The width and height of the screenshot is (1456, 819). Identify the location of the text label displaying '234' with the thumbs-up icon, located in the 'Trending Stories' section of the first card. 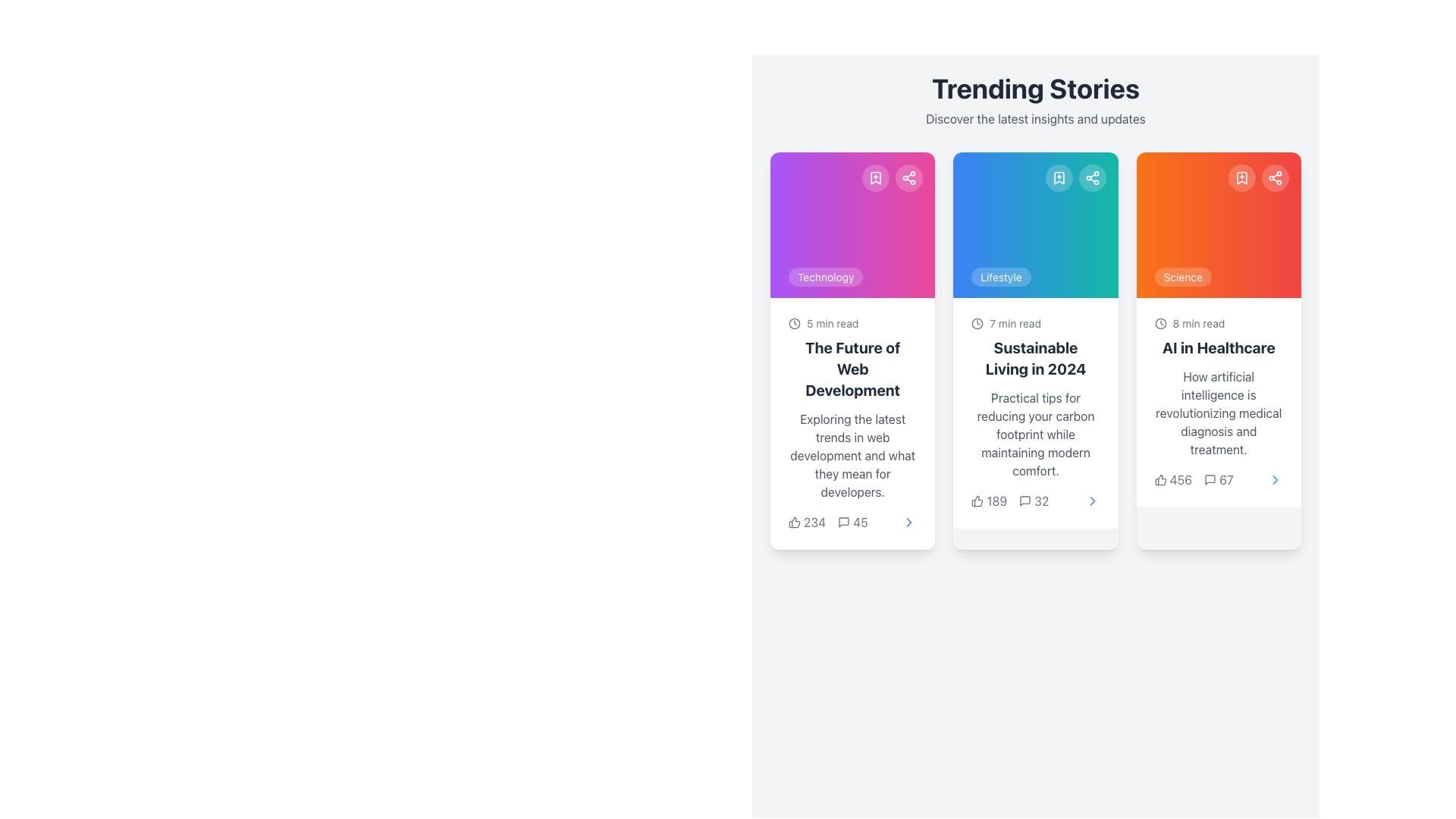
(806, 522).